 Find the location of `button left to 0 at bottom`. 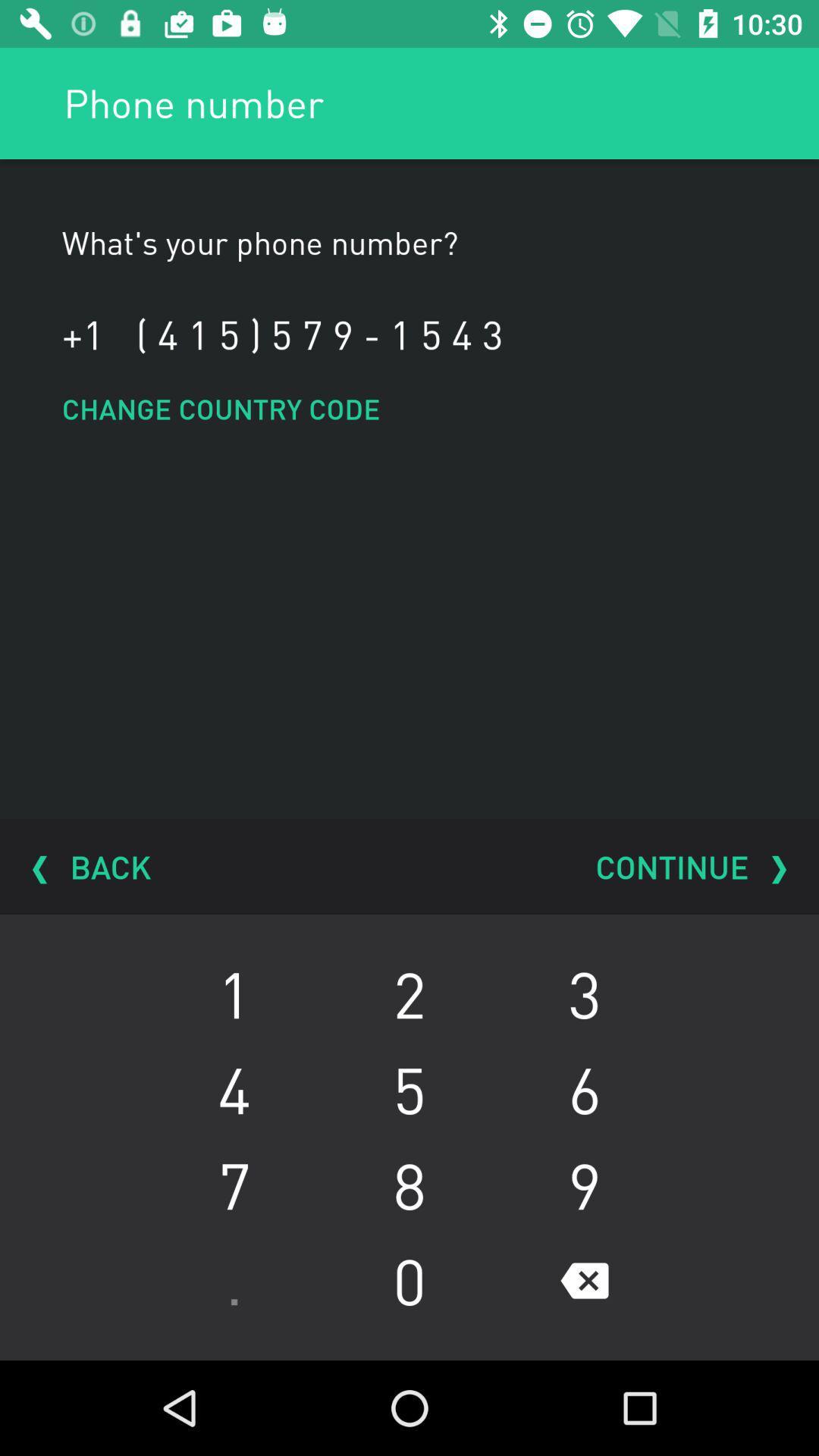

button left to 0 at bottom is located at coordinates (234, 1280).